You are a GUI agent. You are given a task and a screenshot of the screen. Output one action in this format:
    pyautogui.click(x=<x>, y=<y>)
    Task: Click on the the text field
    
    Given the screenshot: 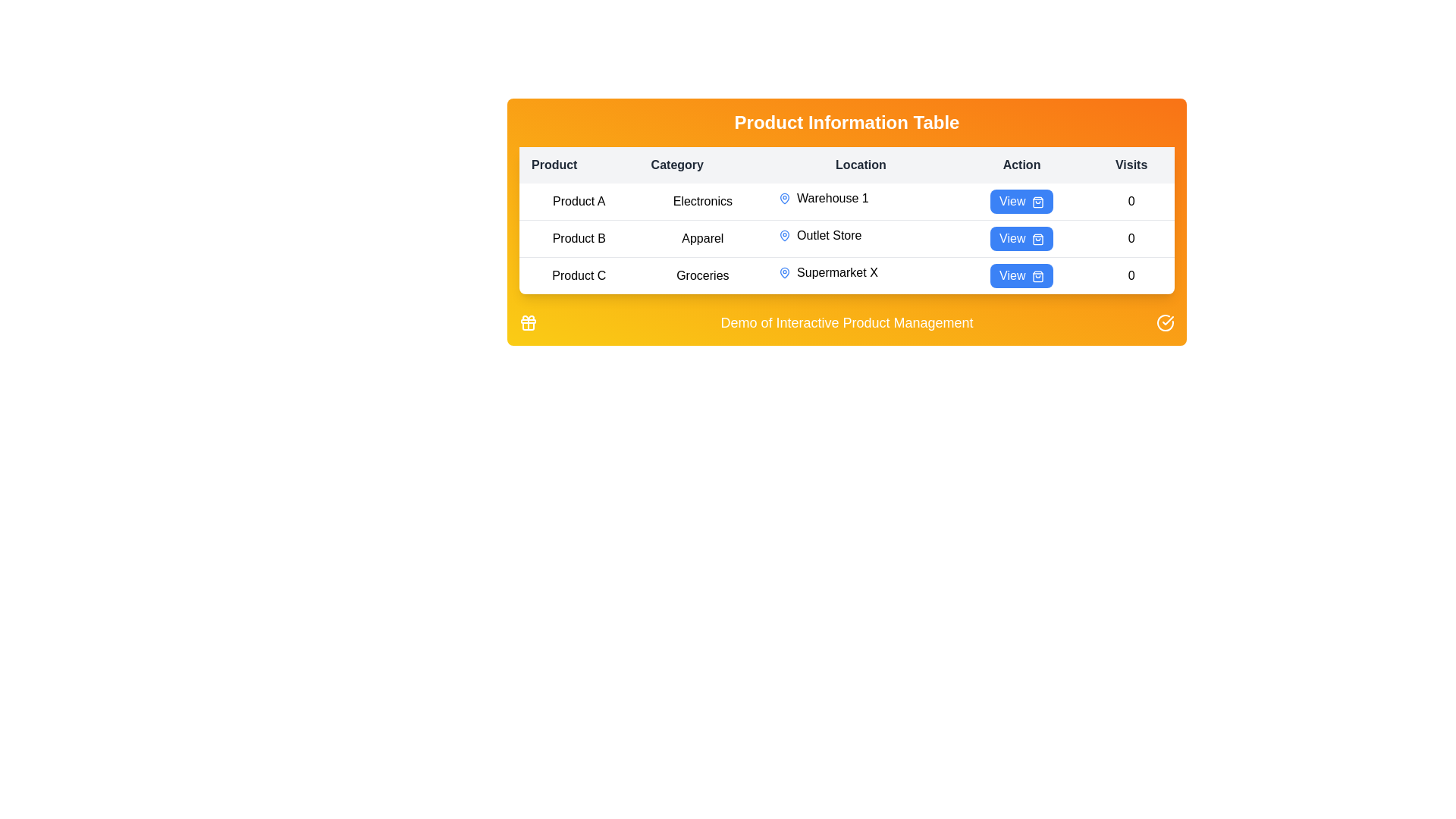 What is the action you would take?
    pyautogui.click(x=846, y=239)
    